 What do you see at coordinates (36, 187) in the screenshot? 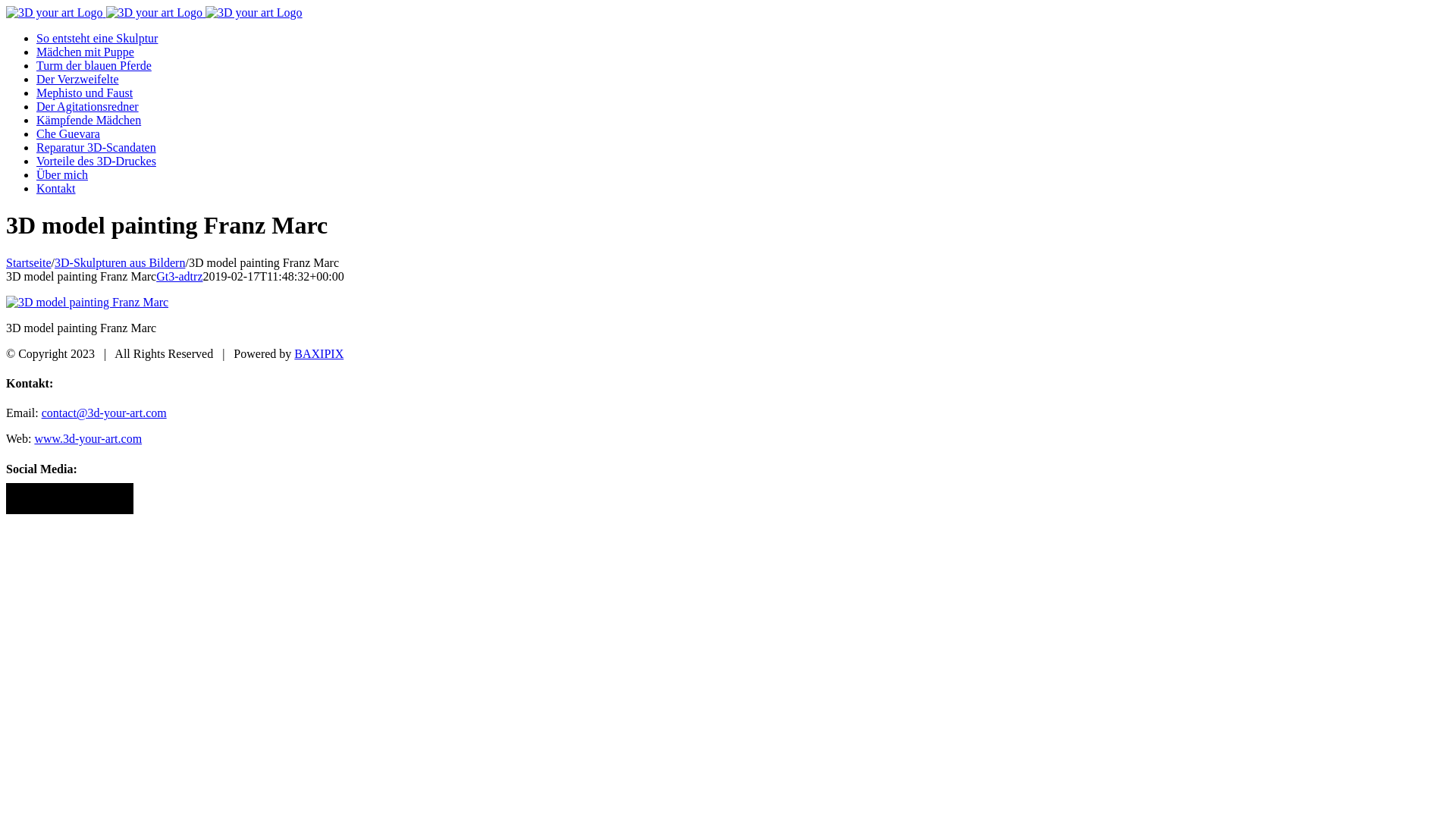
I see `'Kontakt'` at bounding box center [36, 187].